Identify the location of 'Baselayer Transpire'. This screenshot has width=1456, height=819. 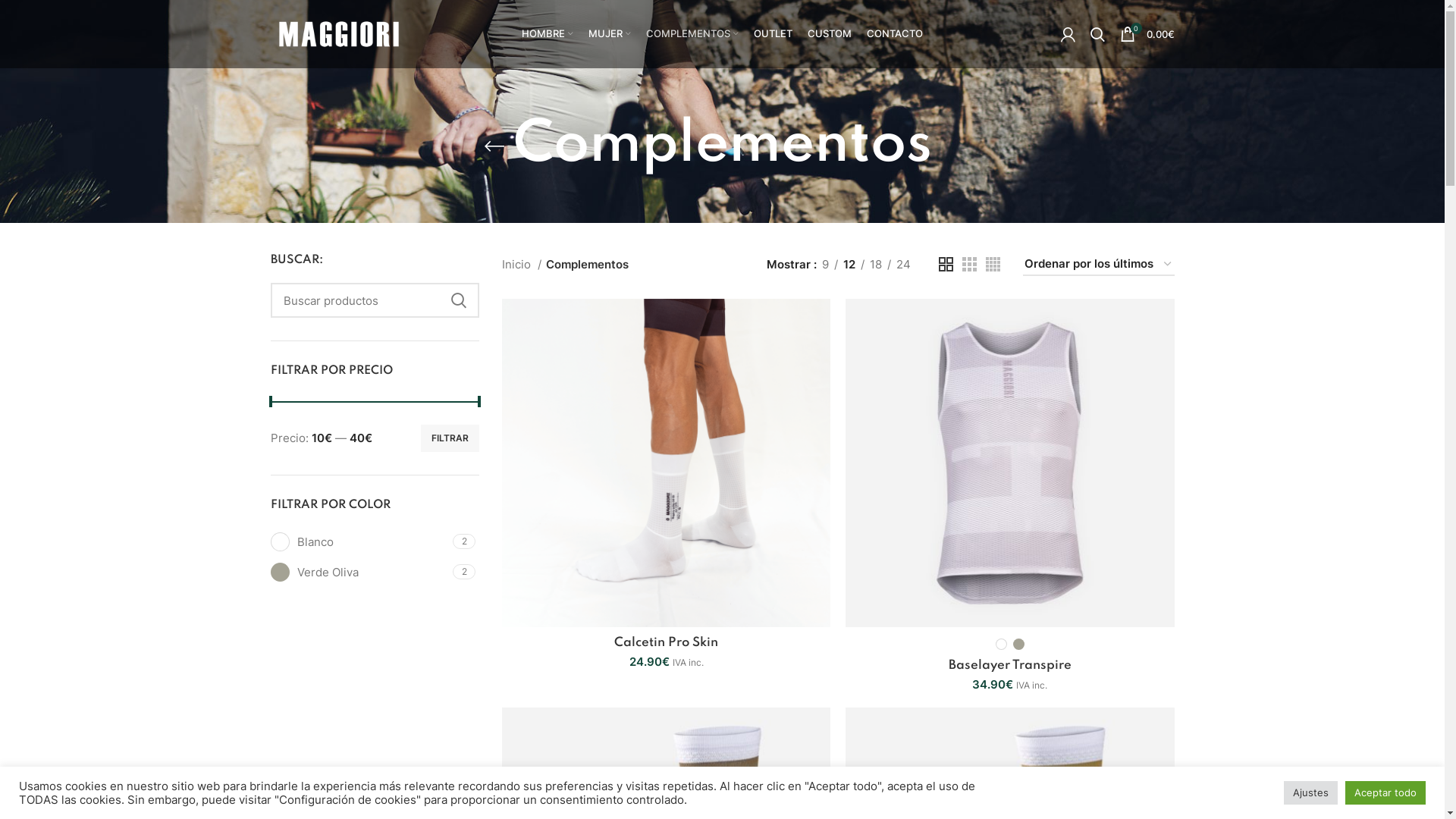
(948, 664).